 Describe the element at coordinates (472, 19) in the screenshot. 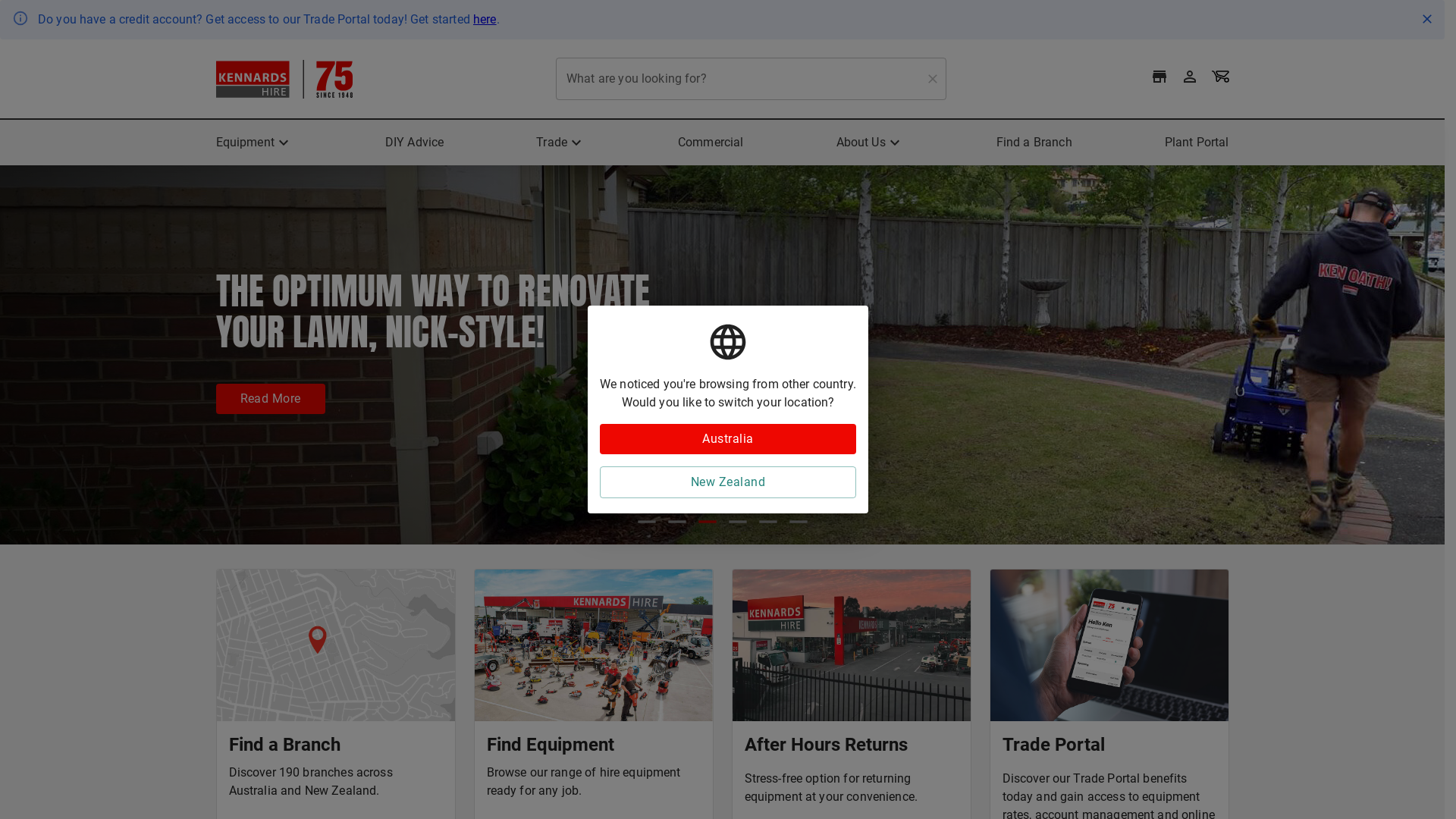

I see `'here'` at that location.